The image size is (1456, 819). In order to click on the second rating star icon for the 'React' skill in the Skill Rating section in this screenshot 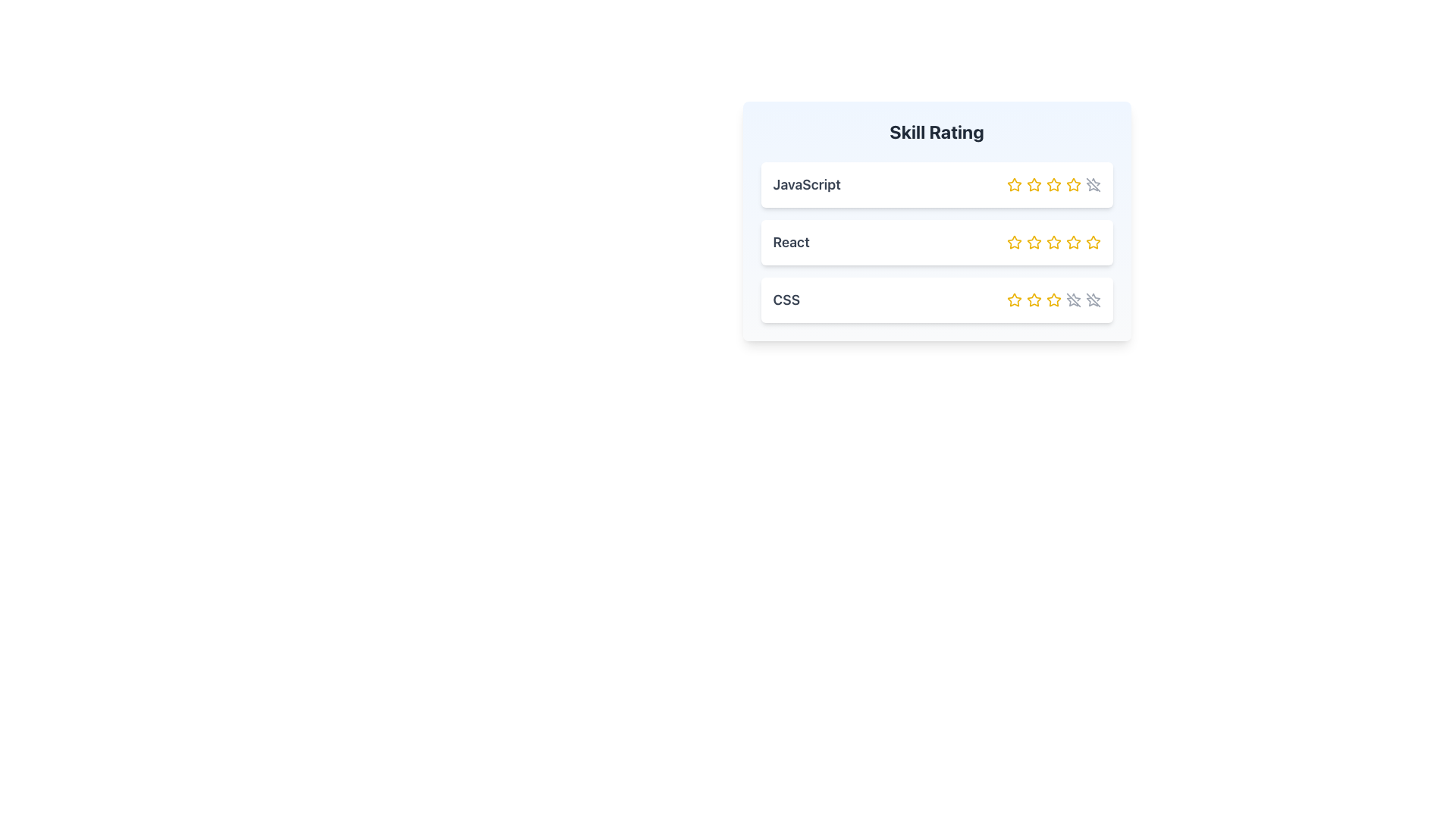, I will do `click(1033, 241)`.